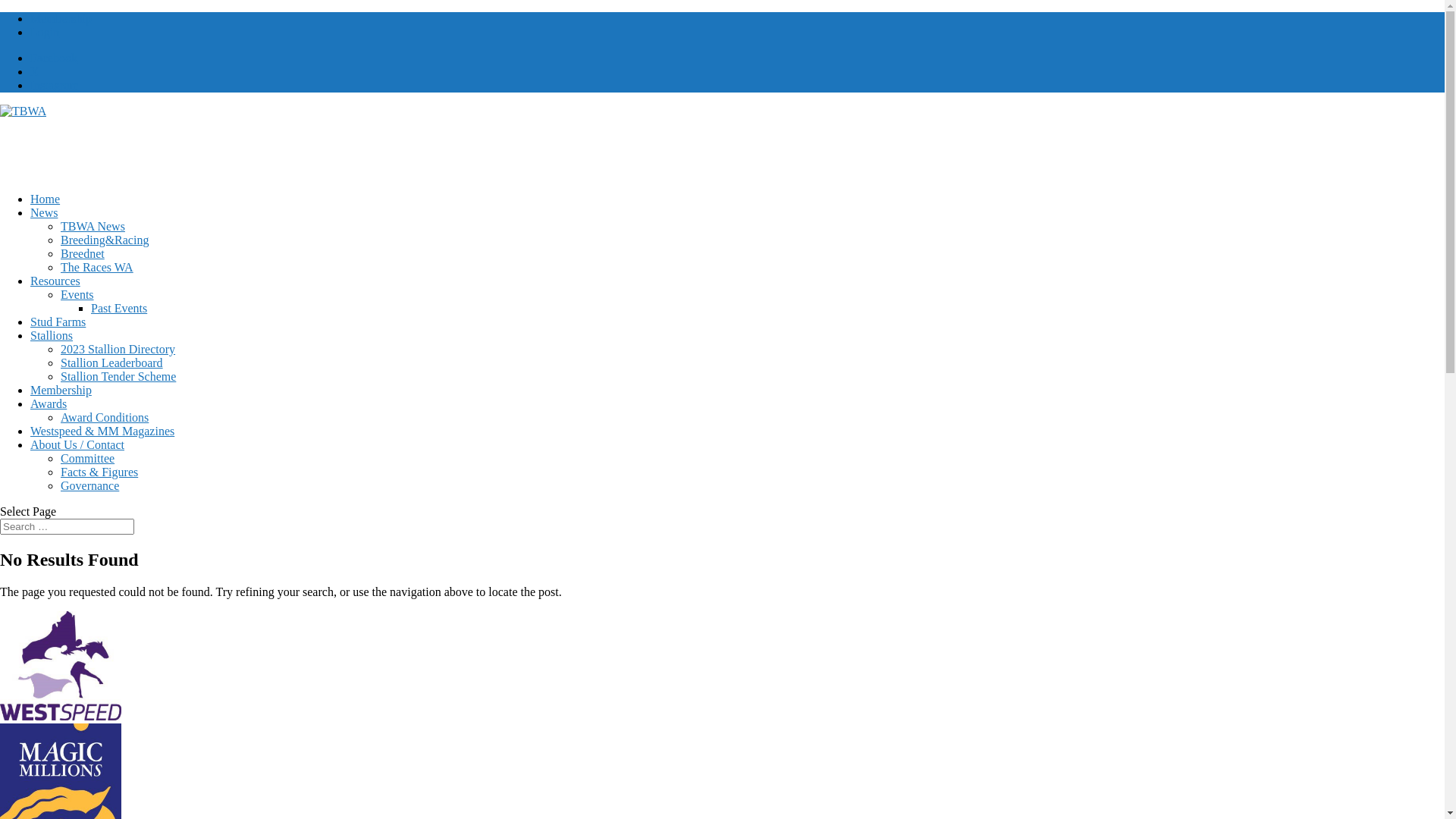  I want to click on 'Facebook', so click(54, 57).